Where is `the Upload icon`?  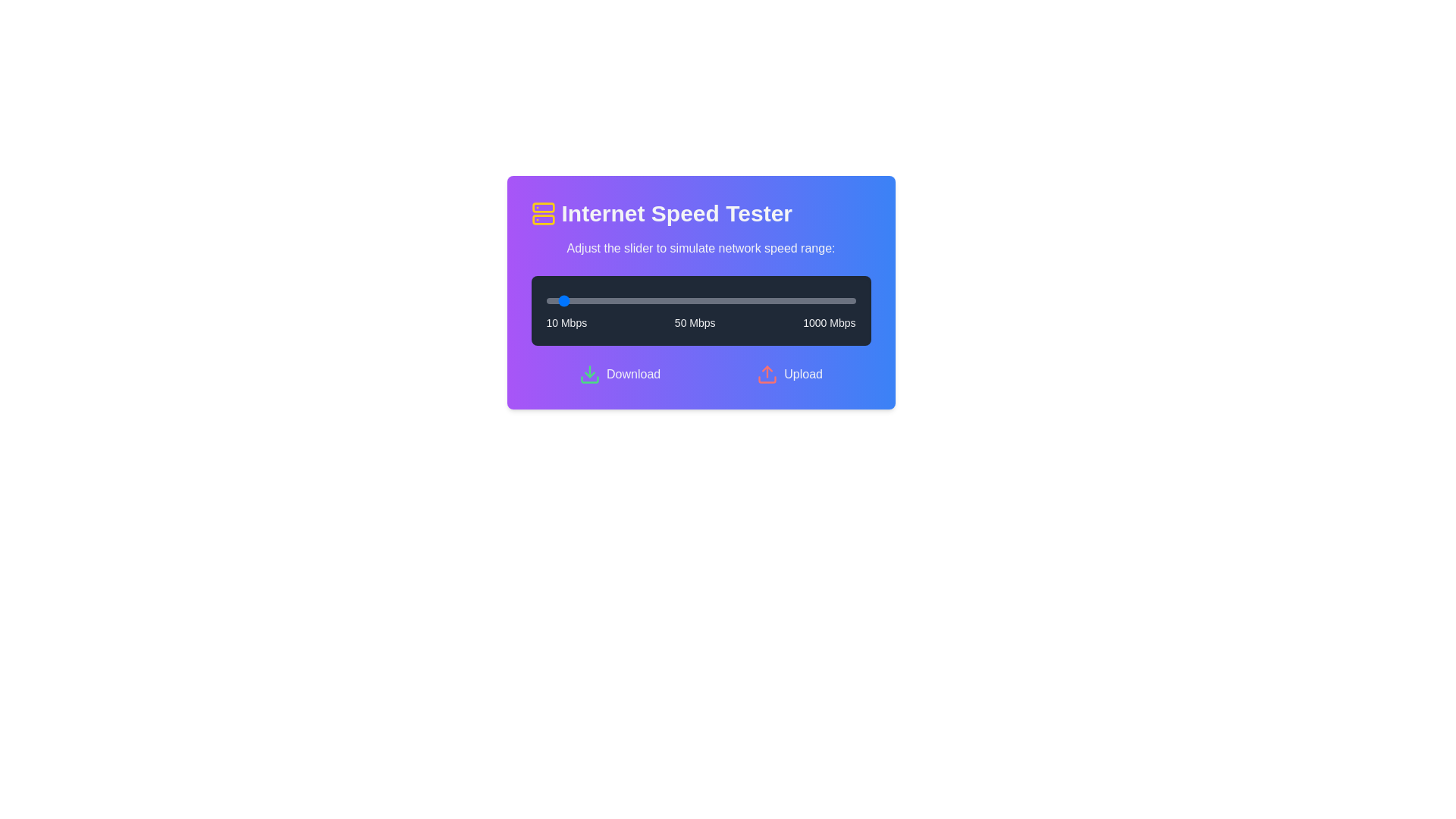
the Upload icon is located at coordinates (767, 374).